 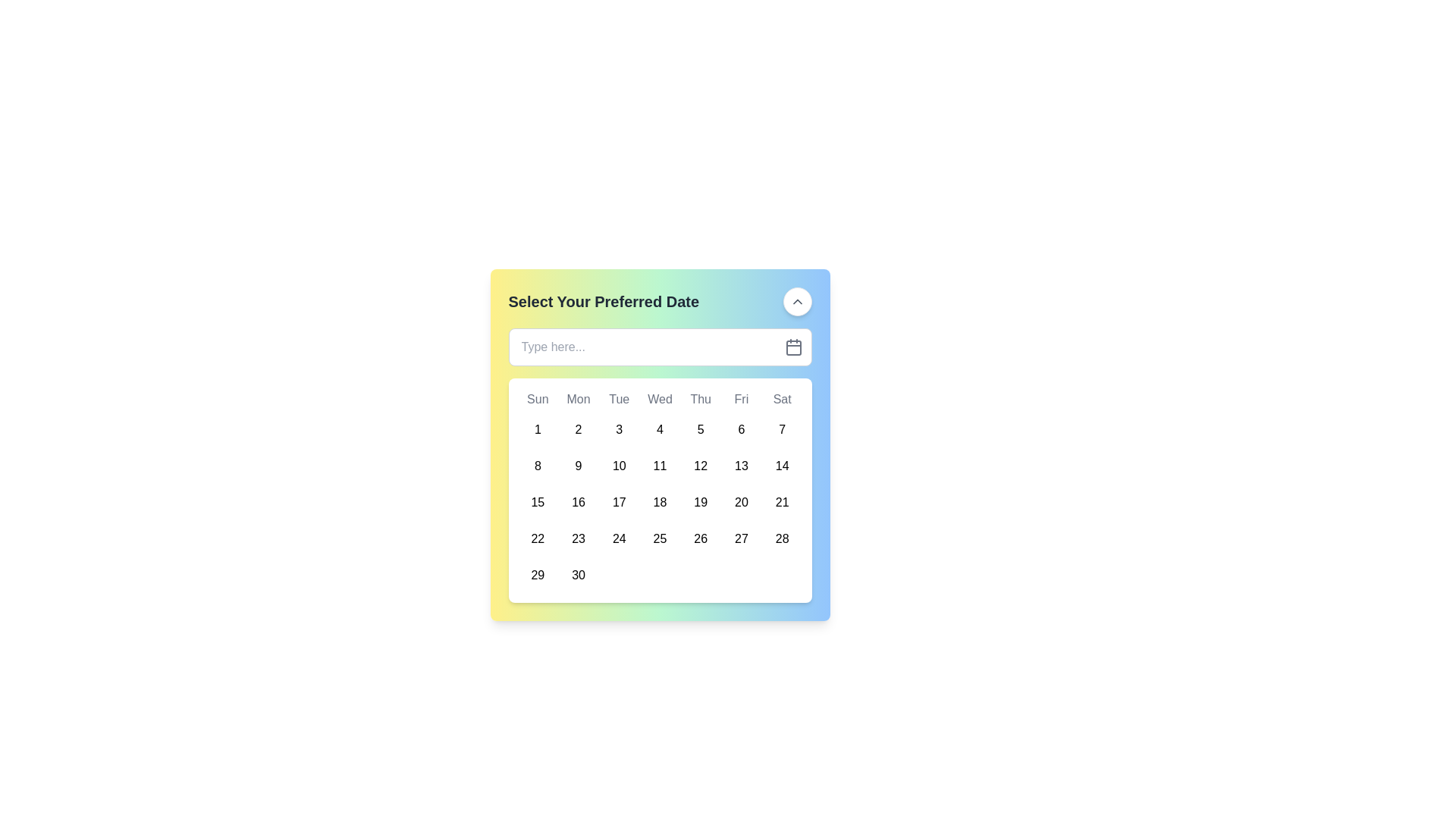 What do you see at coordinates (700, 430) in the screenshot?
I see `the button representing the date '5' in the calendar interface, located under the column labeled 'Thu' in the first row` at bounding box center [700, 430].